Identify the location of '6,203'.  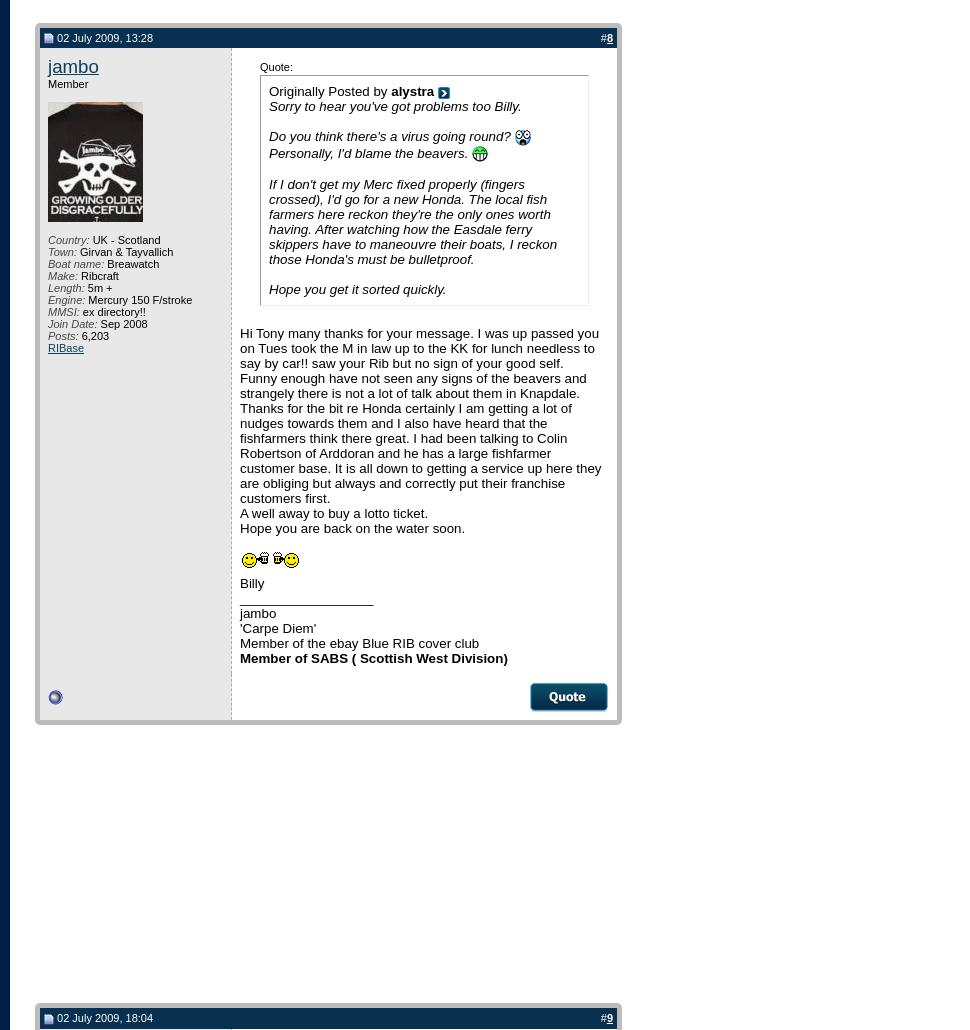
(92, 334).